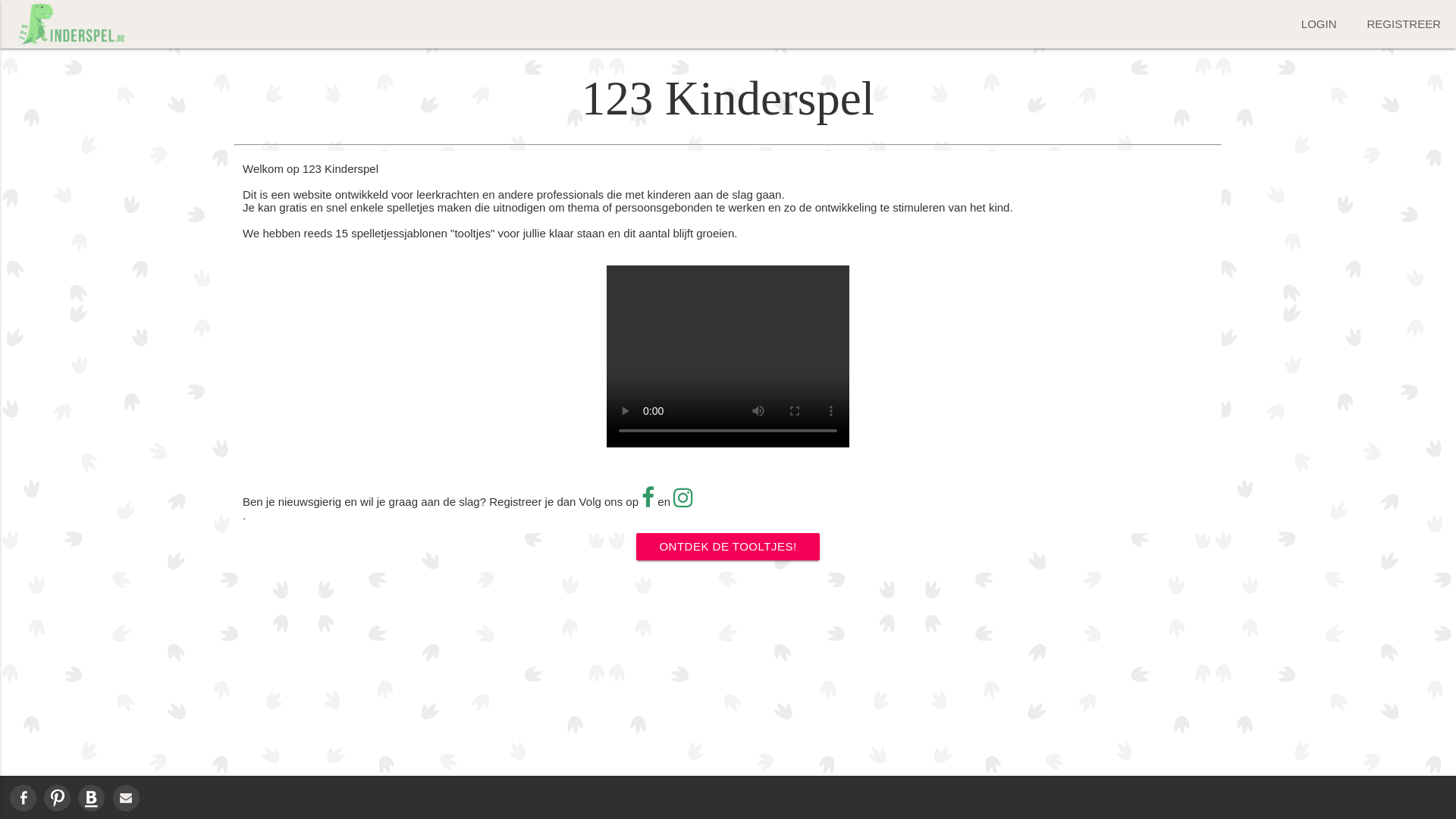  I want to click on 'pinterest', so click(57, 797).